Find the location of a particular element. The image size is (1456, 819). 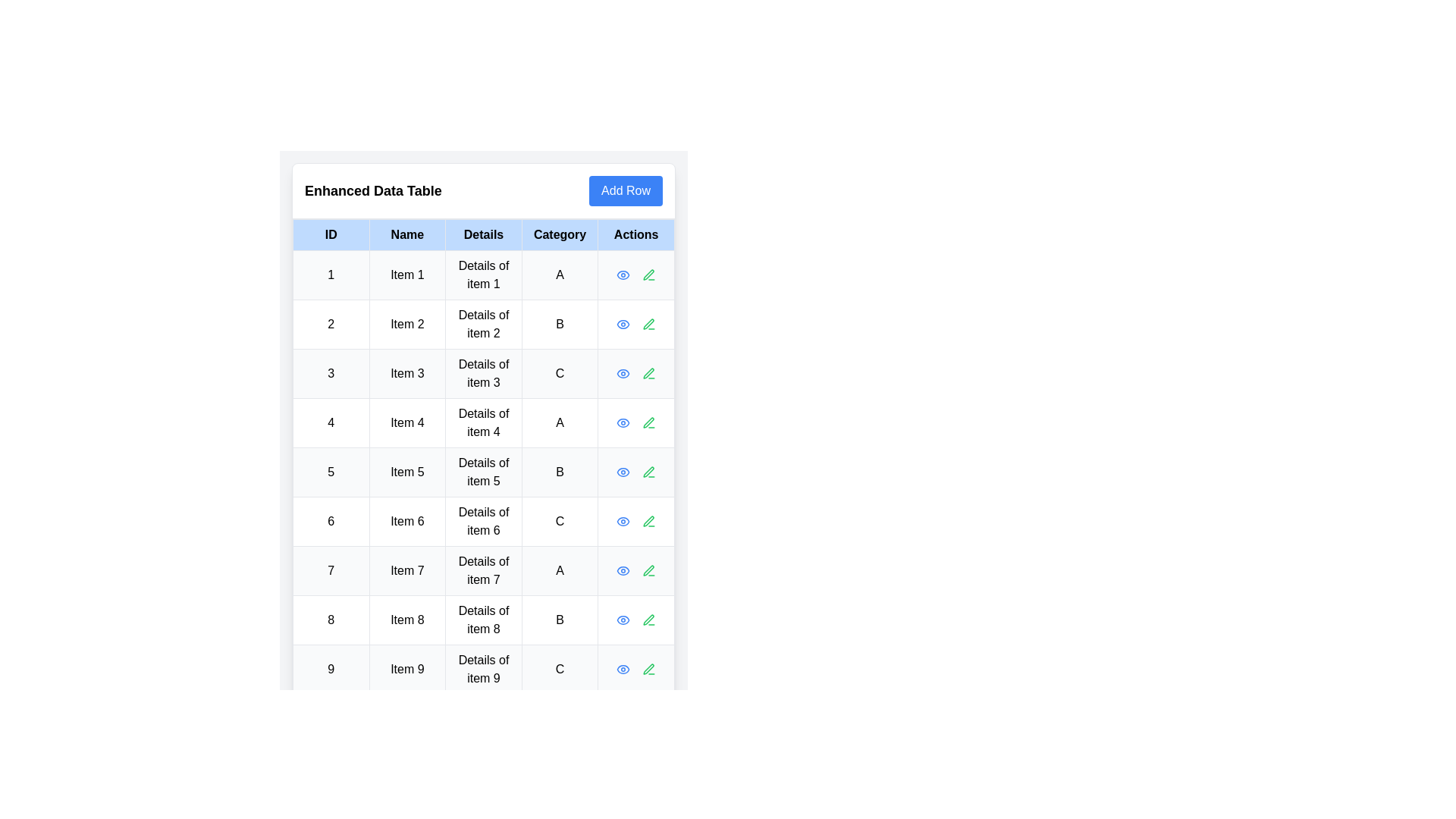

the text label in the 'Category' column for 'Item 5', which denotes category 'B' is located at coordinates (559, 472).